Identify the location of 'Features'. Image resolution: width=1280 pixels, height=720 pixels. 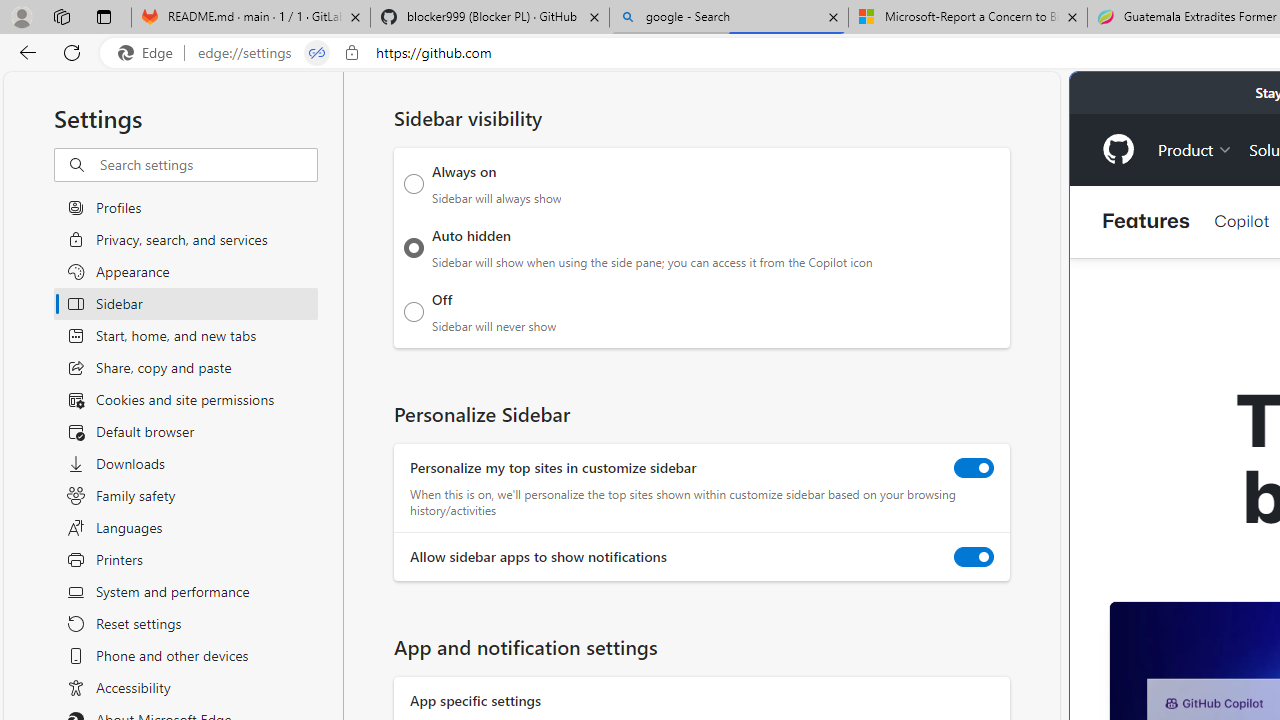
(1146, 221).